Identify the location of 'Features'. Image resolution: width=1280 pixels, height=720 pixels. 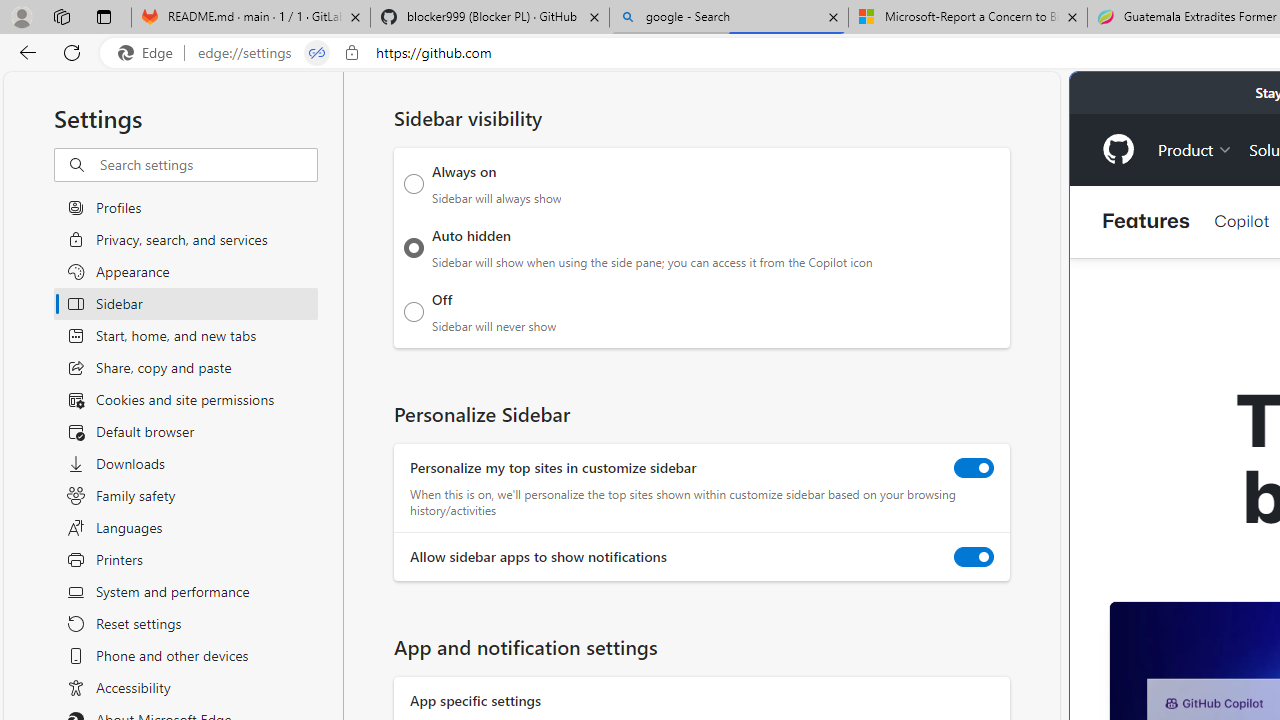
(1146, 221).